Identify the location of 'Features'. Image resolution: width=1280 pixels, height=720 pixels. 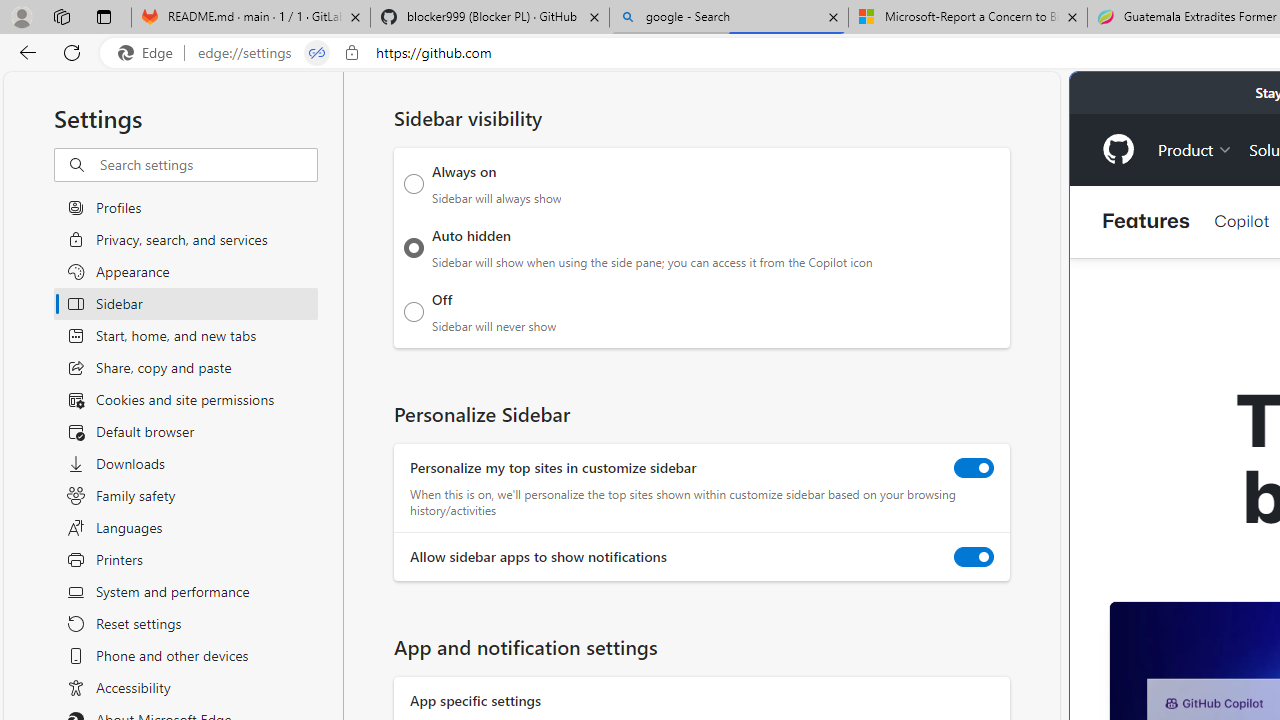
(1146, 221).